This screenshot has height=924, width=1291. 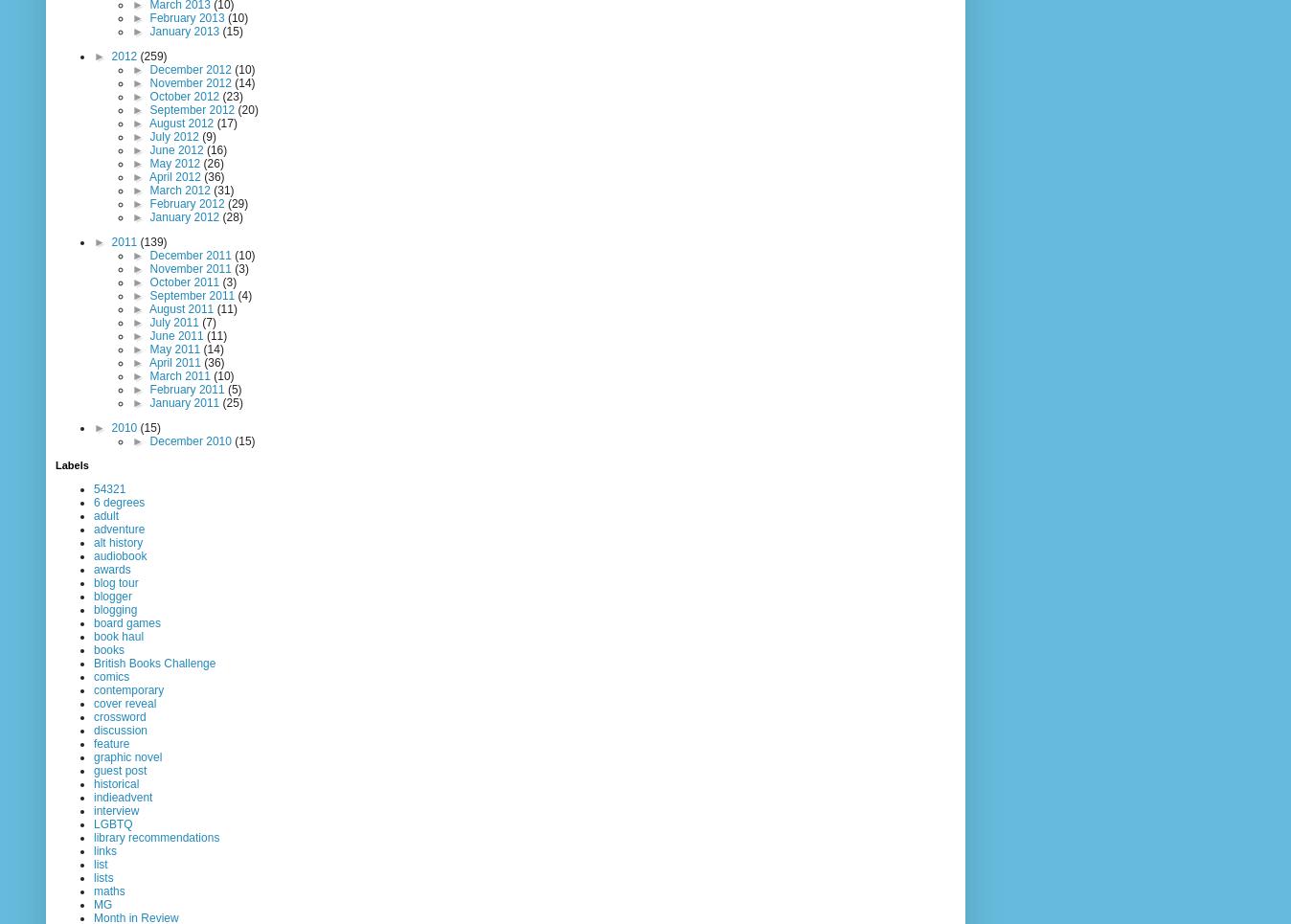 I want to click on 'September 2011', so click(x=193, y=294).